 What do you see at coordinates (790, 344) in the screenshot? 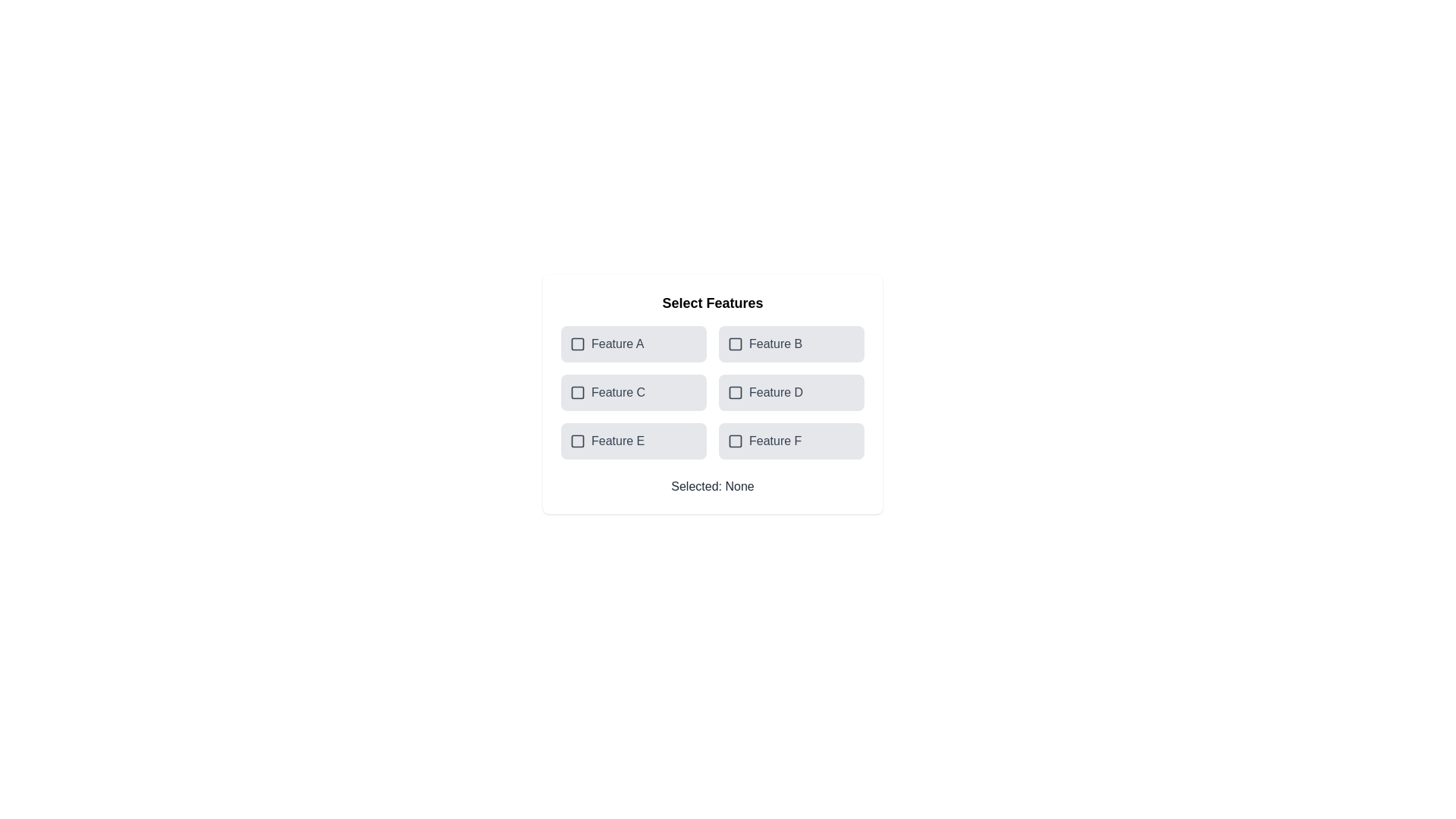
I see `the 'Feature B' selectable button with a checkbox located in the top-right corner of the grid` at bounding box center [790, 344].